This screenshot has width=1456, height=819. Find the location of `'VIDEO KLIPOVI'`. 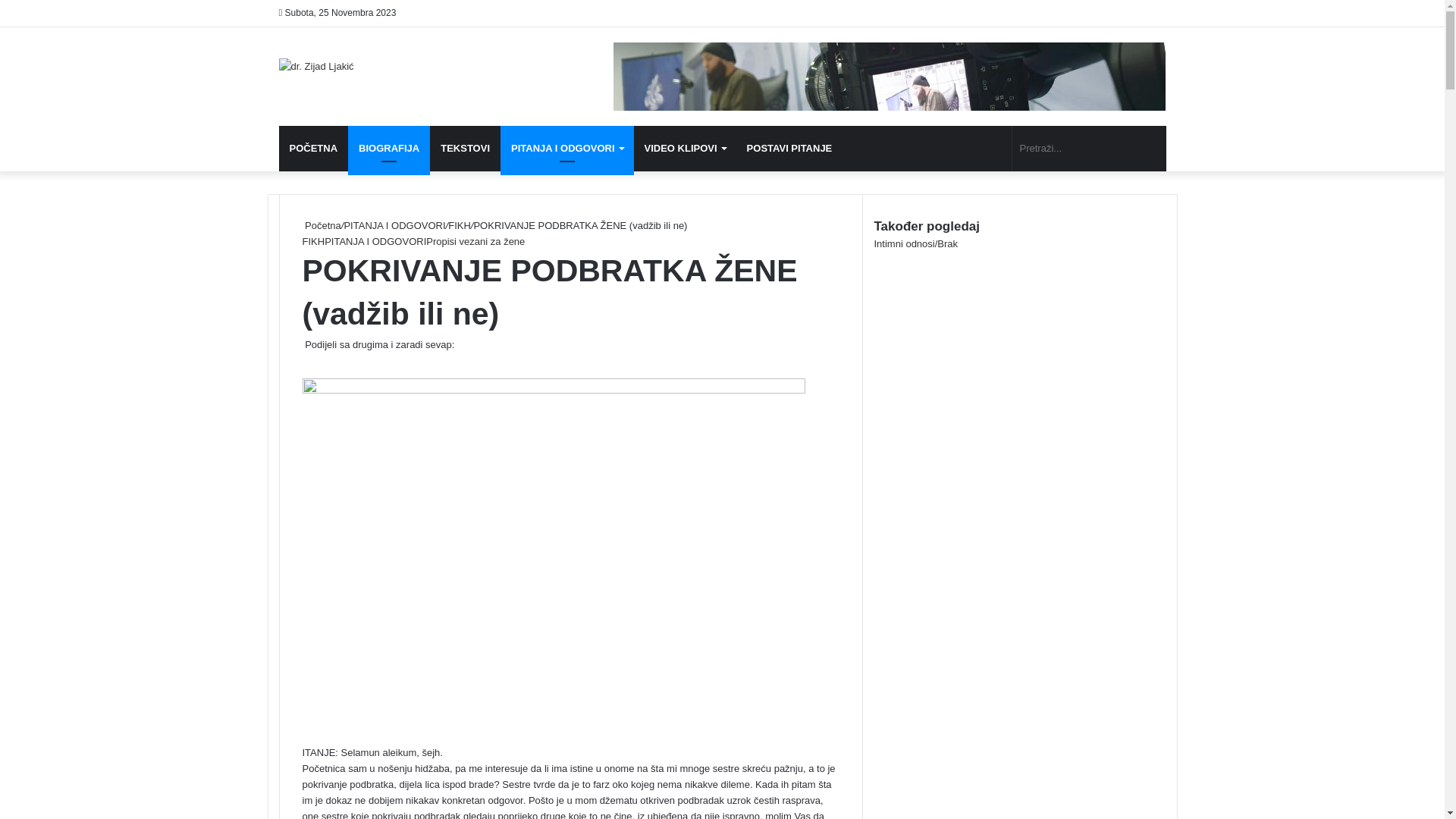

'VIDEO KLIPOVI' is located at coordinates (684, 149).